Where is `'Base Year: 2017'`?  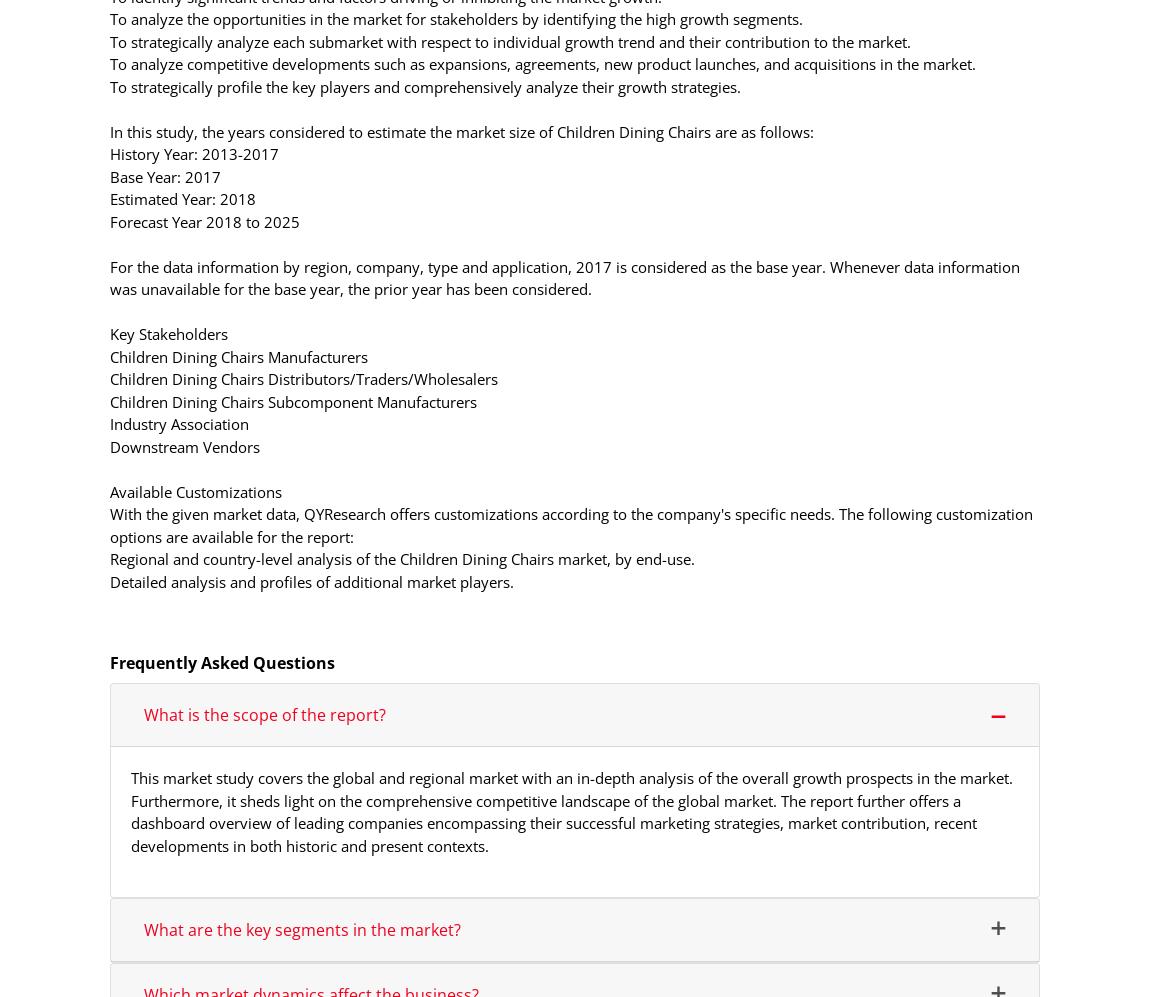 'Base Year: 2017' is located at coordinates (164, 174).